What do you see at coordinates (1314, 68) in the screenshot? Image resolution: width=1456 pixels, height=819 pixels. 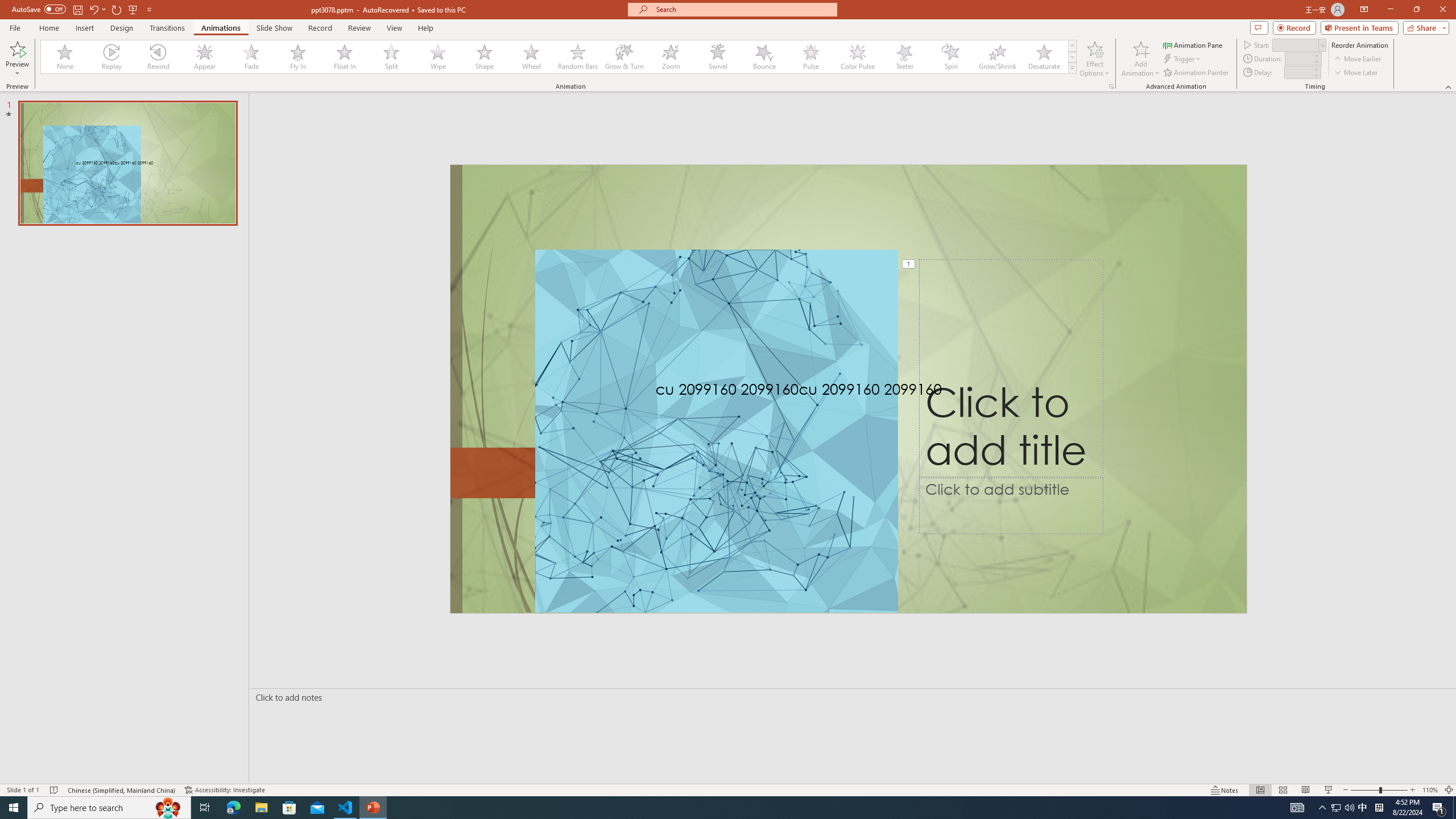 I see `'More'` at bounding box center [1314, 68].